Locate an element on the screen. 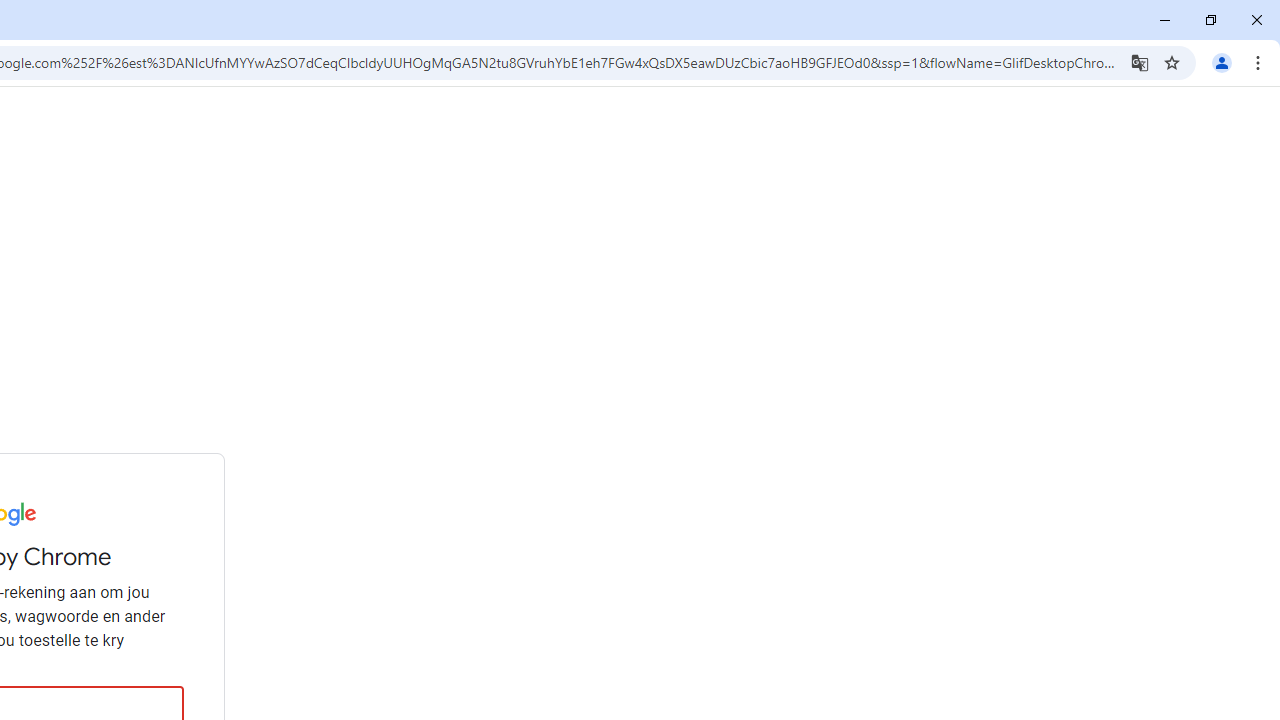  'Translate this page' is located at coordinates (1139, 61).